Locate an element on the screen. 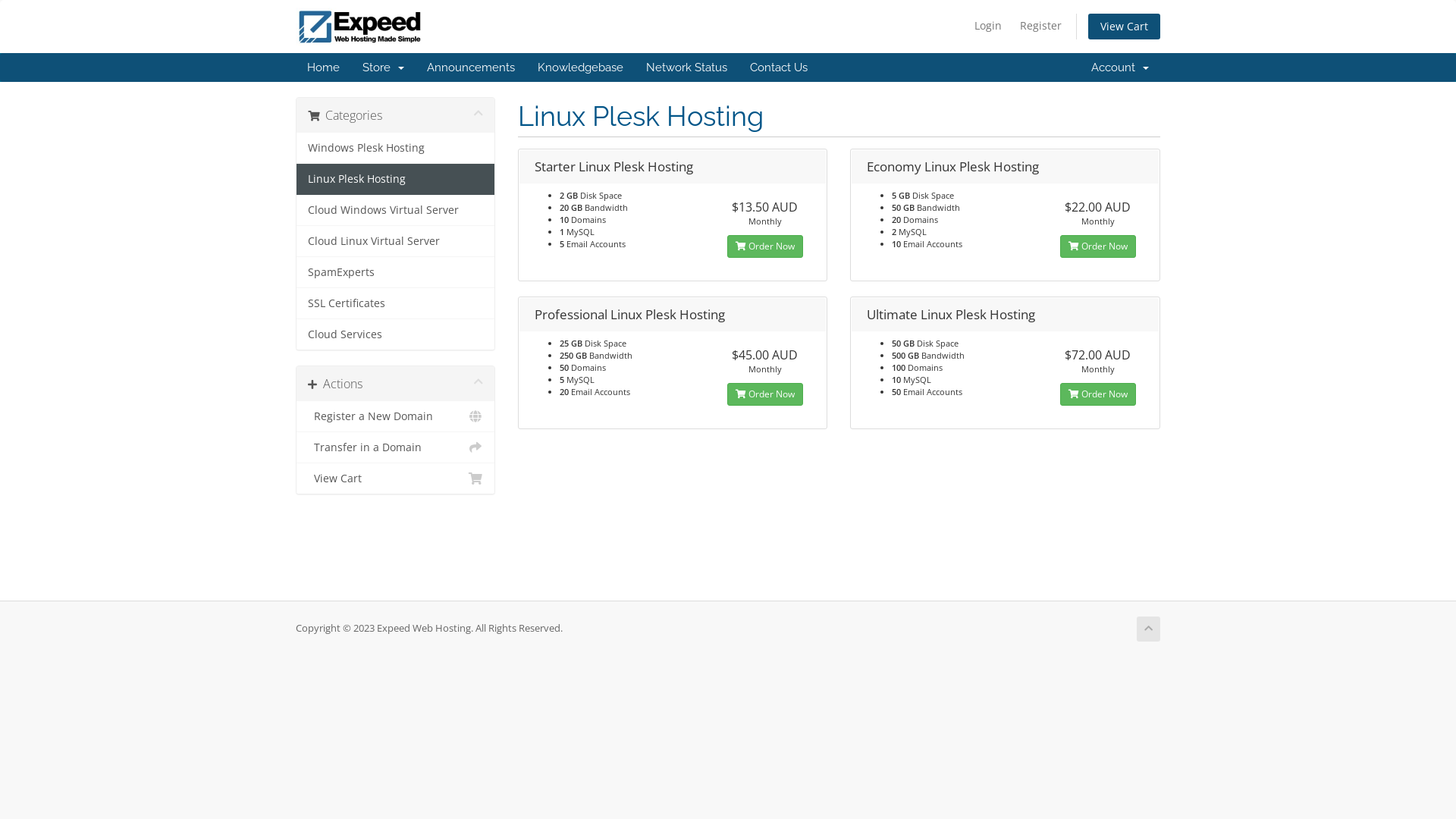 The height and width of the screenshot is (819, 1456). 'SpamExperts' is located at coordinates (395, 271).